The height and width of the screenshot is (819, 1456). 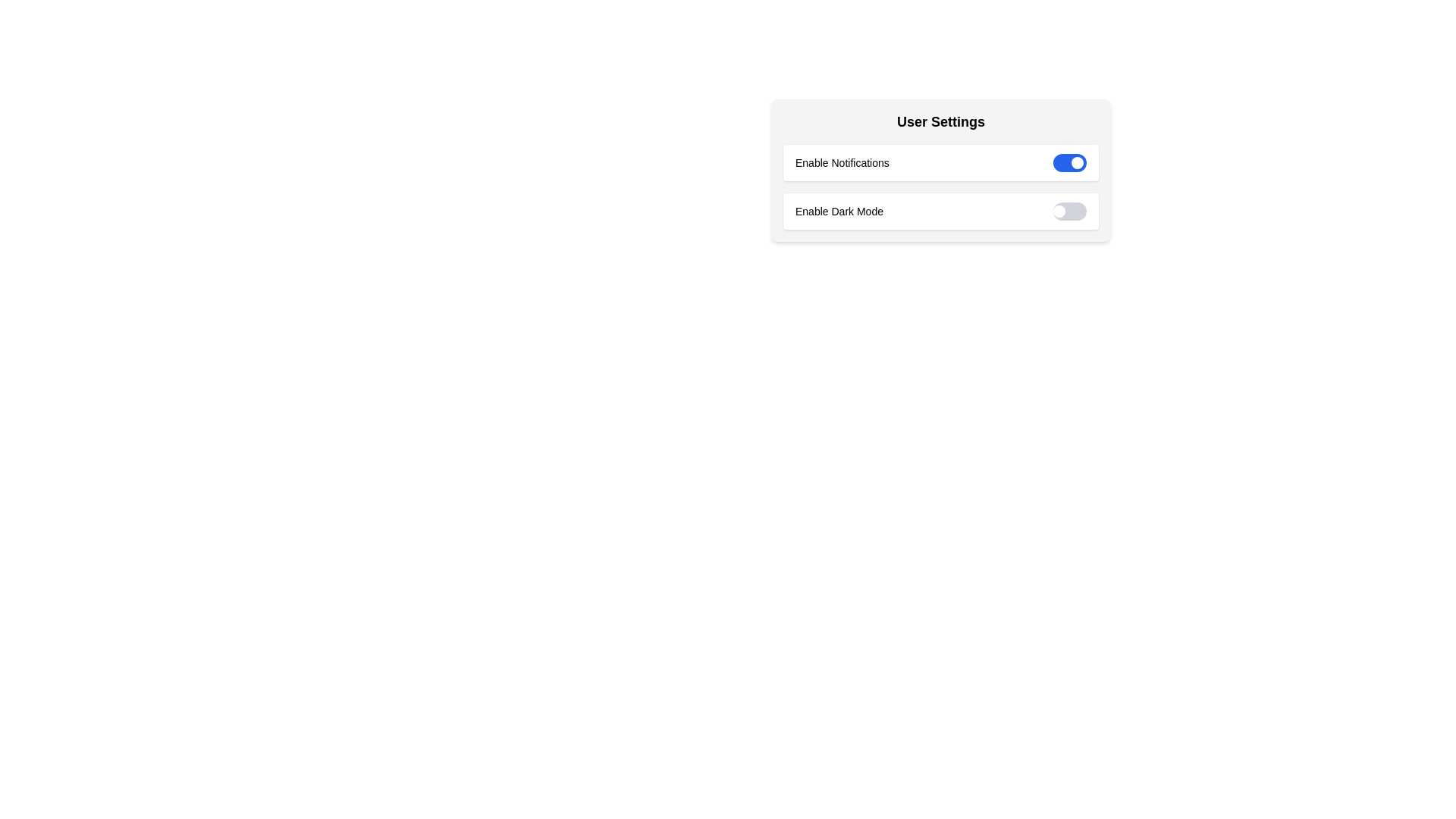 What do you see at coordinates (839, 211) in the screenshot?
I see `the text label that says 'Enable Dark Mode'` at bounding box center [839, 211].